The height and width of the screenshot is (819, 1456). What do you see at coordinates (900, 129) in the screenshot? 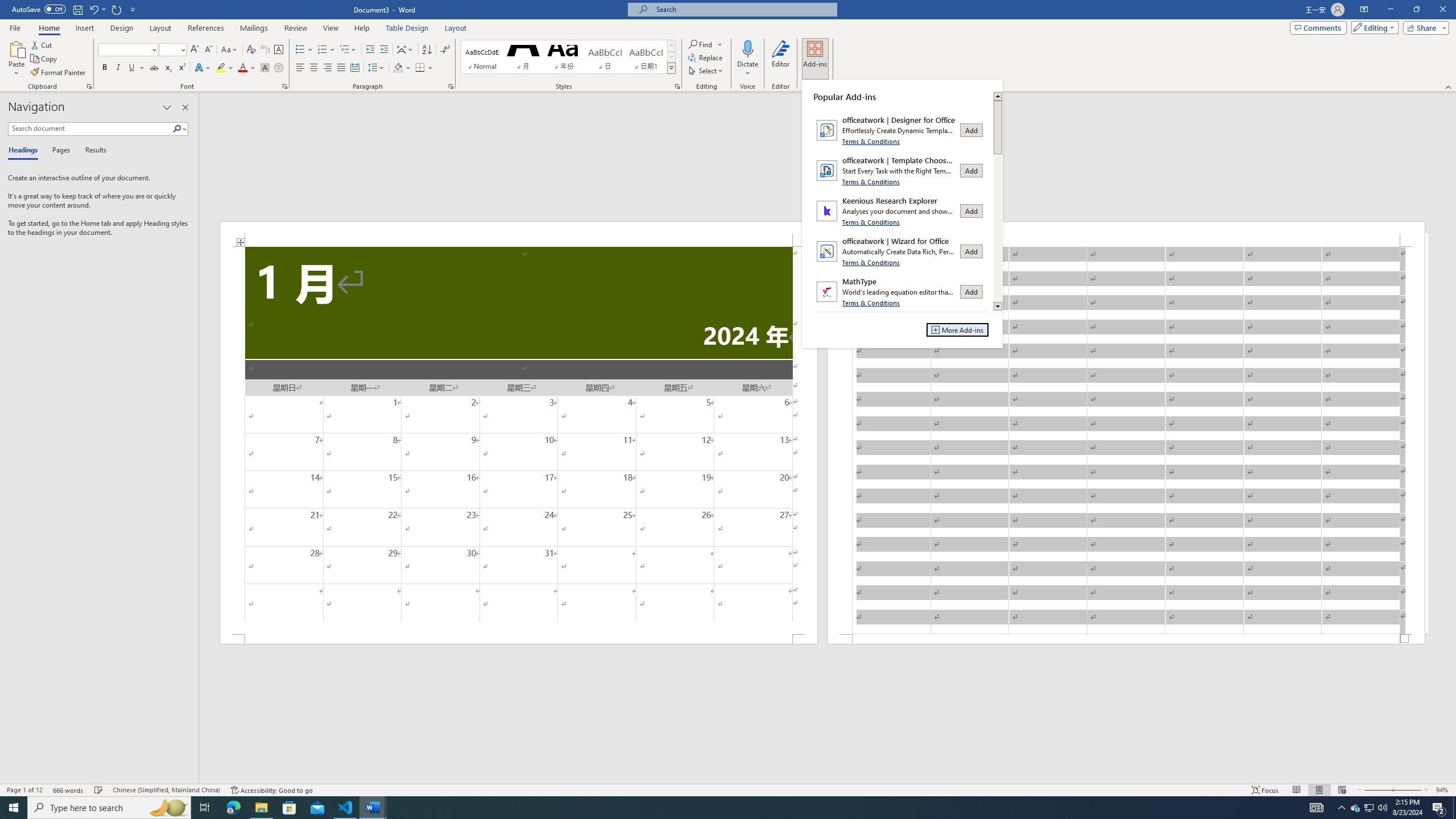
I see `'officeatwork | Designer for Office'` at bounding box center [900, 129].